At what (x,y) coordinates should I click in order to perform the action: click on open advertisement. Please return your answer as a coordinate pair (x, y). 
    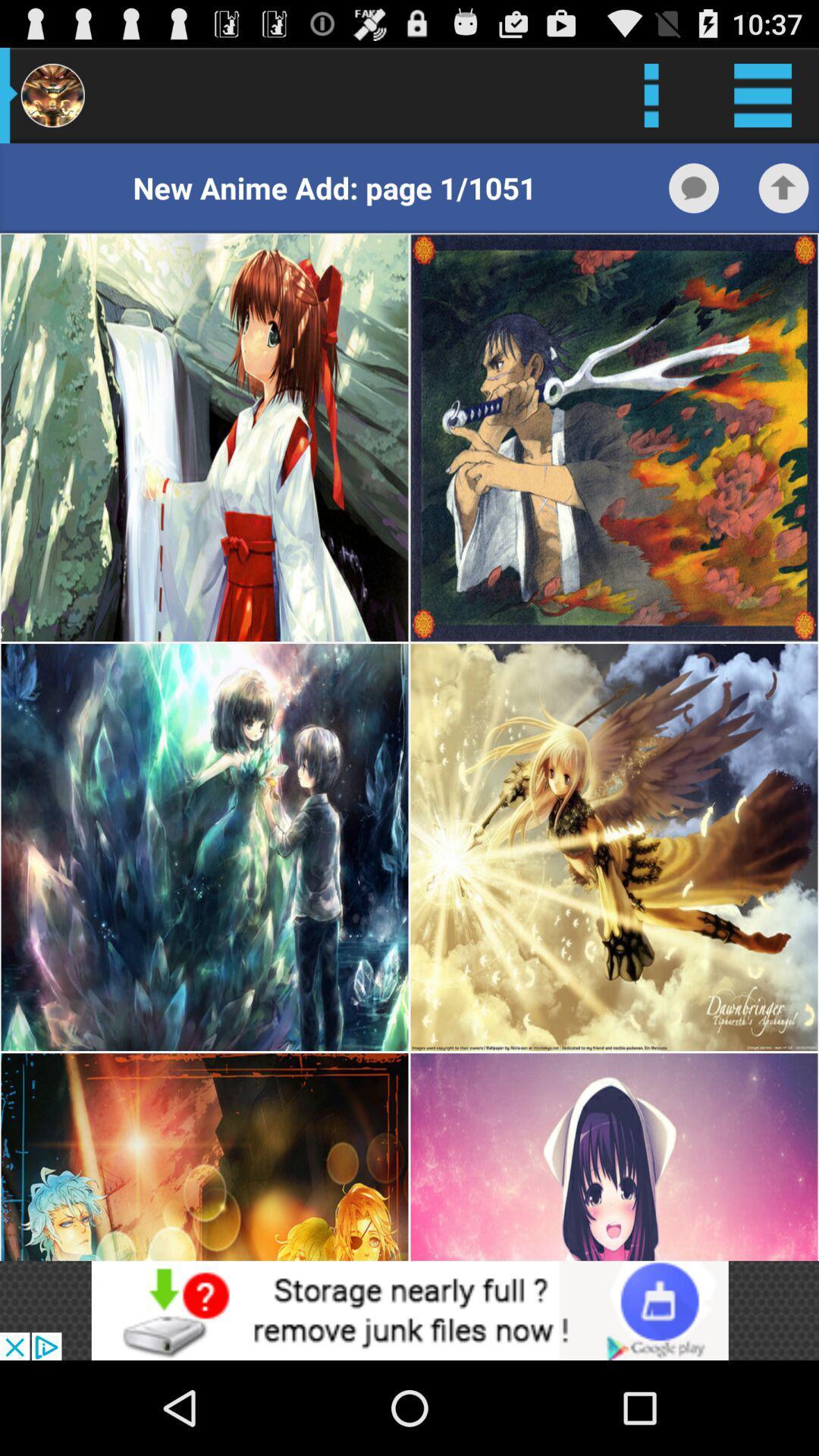
    Looking at the image, I should click on (409, 1310).